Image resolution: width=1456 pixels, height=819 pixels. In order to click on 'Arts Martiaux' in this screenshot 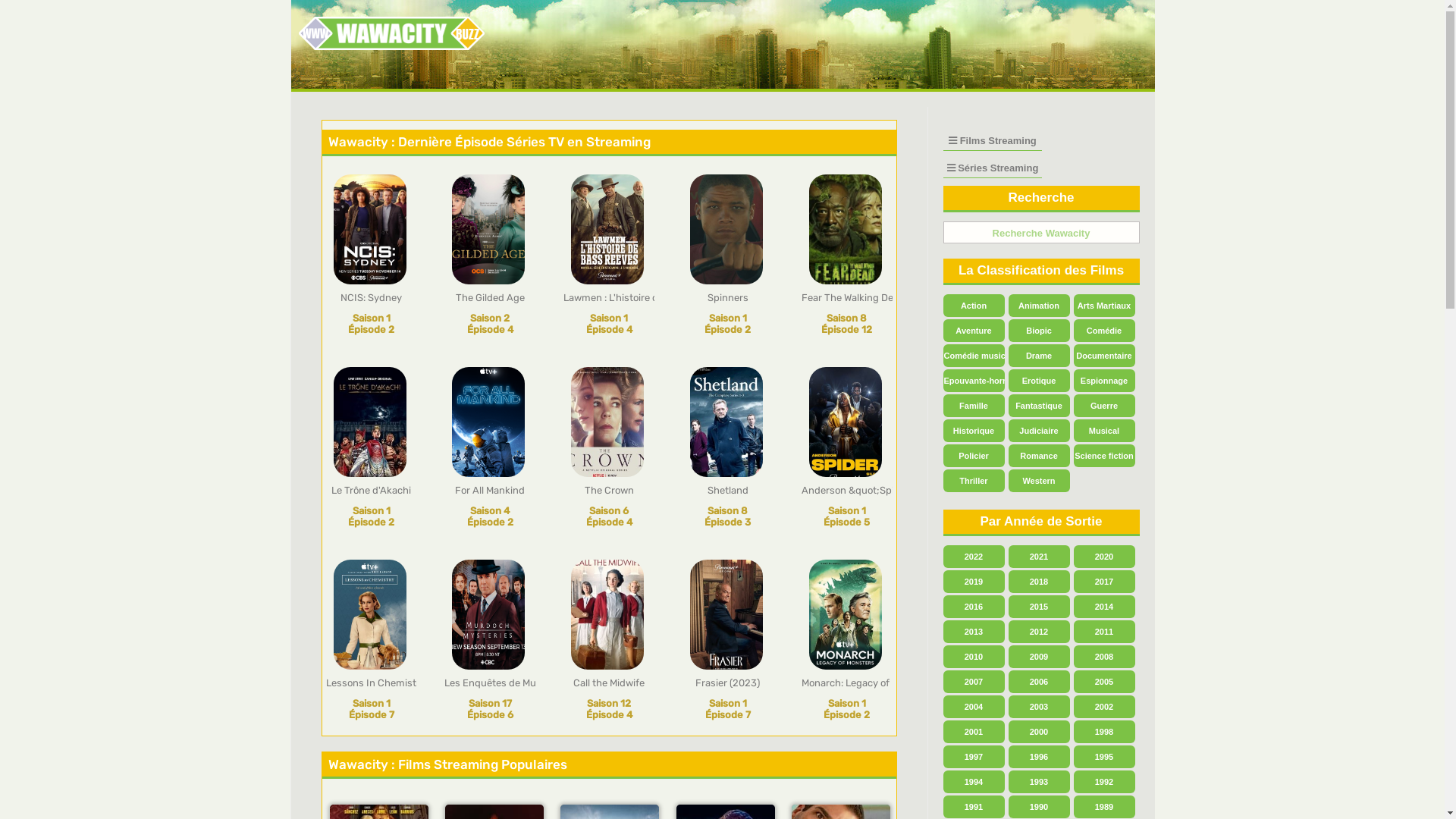, I will do `click(1104, 305)`.